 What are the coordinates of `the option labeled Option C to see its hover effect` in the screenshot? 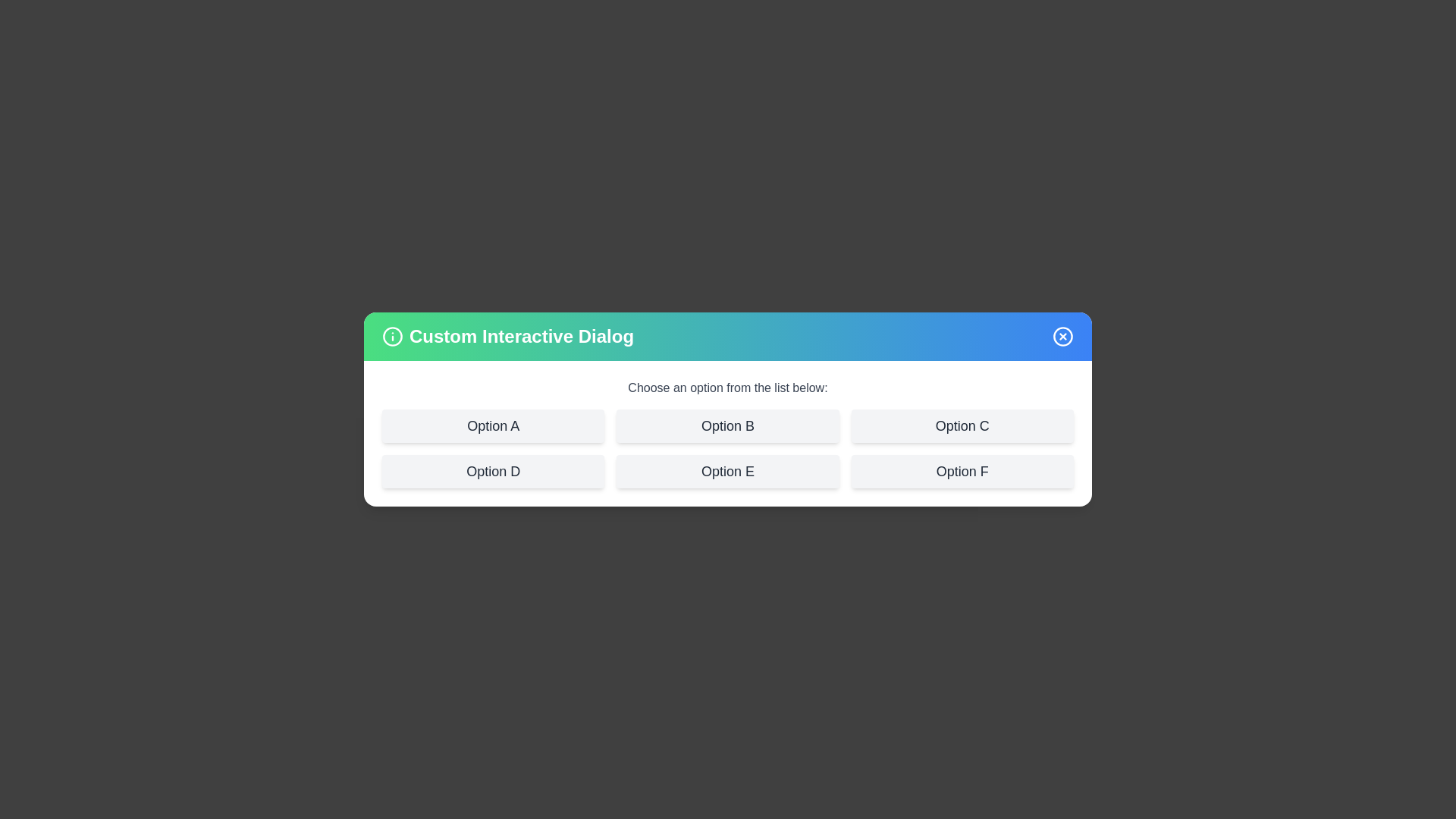 It's located at (962, 426).